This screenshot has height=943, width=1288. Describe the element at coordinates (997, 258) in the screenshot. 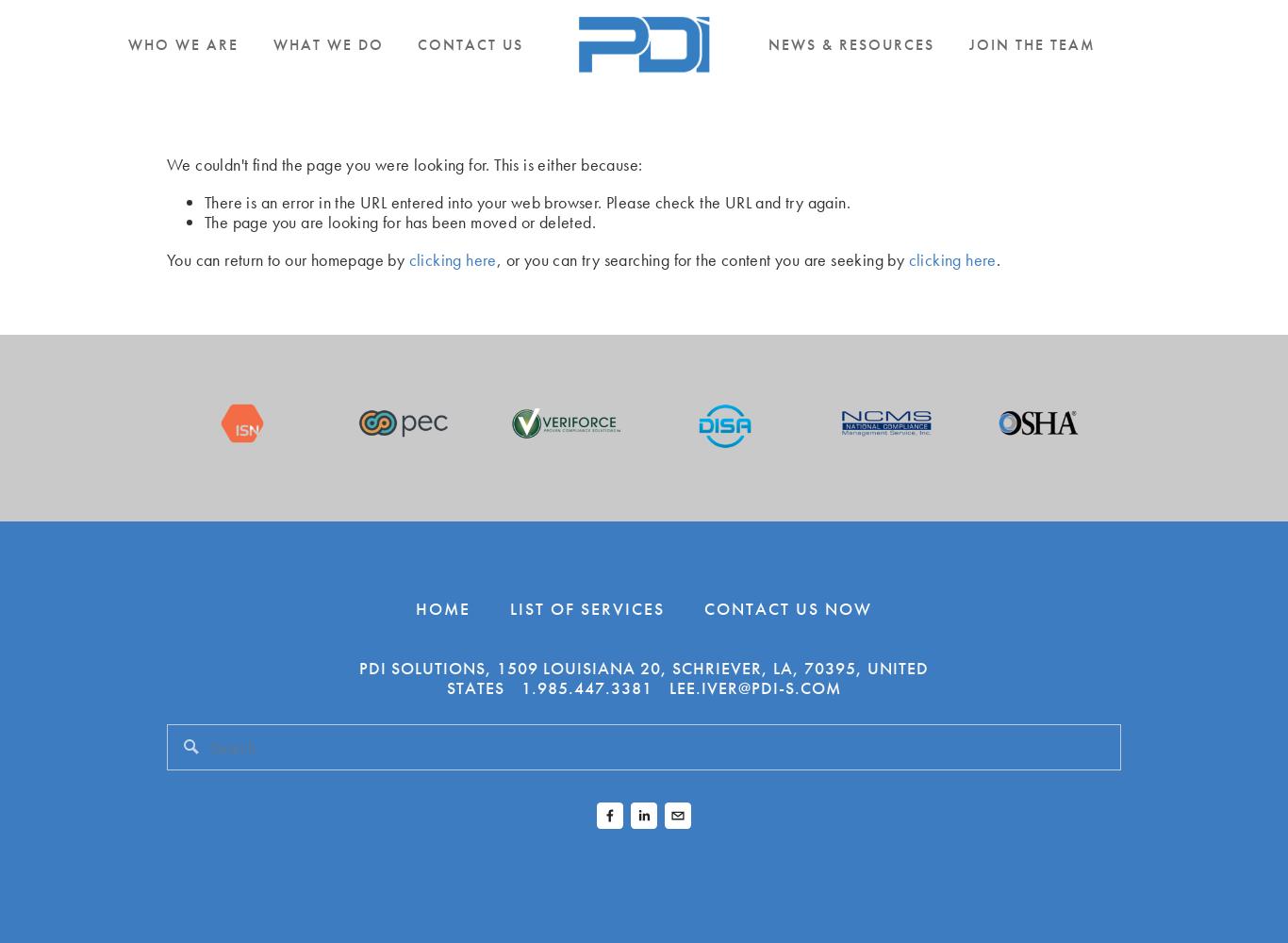

I see `'.'` at that location.